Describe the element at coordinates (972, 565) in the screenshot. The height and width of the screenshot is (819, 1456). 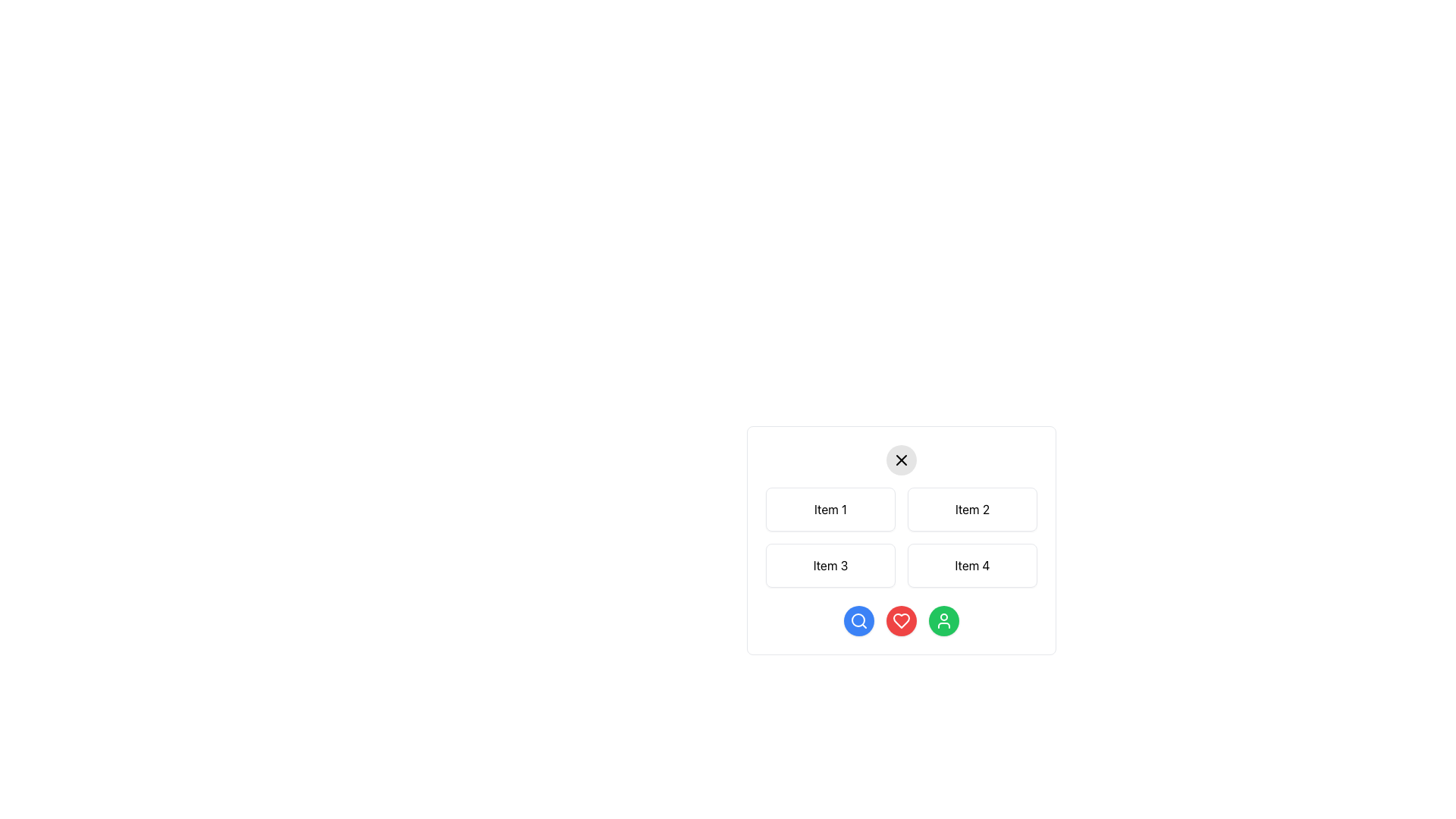
I see `the button labeled 'Item 4', located in the bottom-right slot of a 2x2 grid structure` at that location.